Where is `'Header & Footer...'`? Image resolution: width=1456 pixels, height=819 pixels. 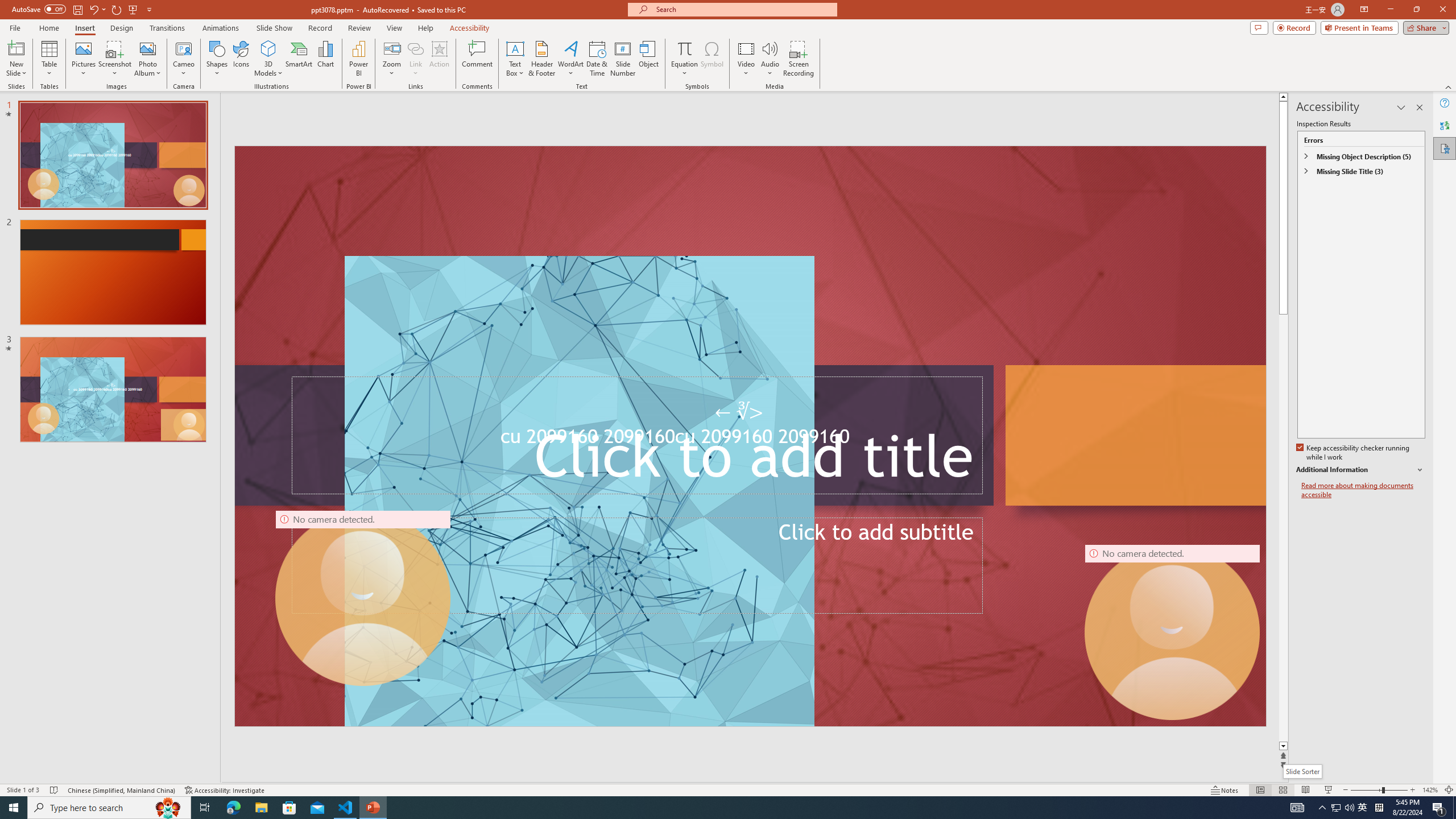 'Header & Footer...' is located at coordinates (541, 59).